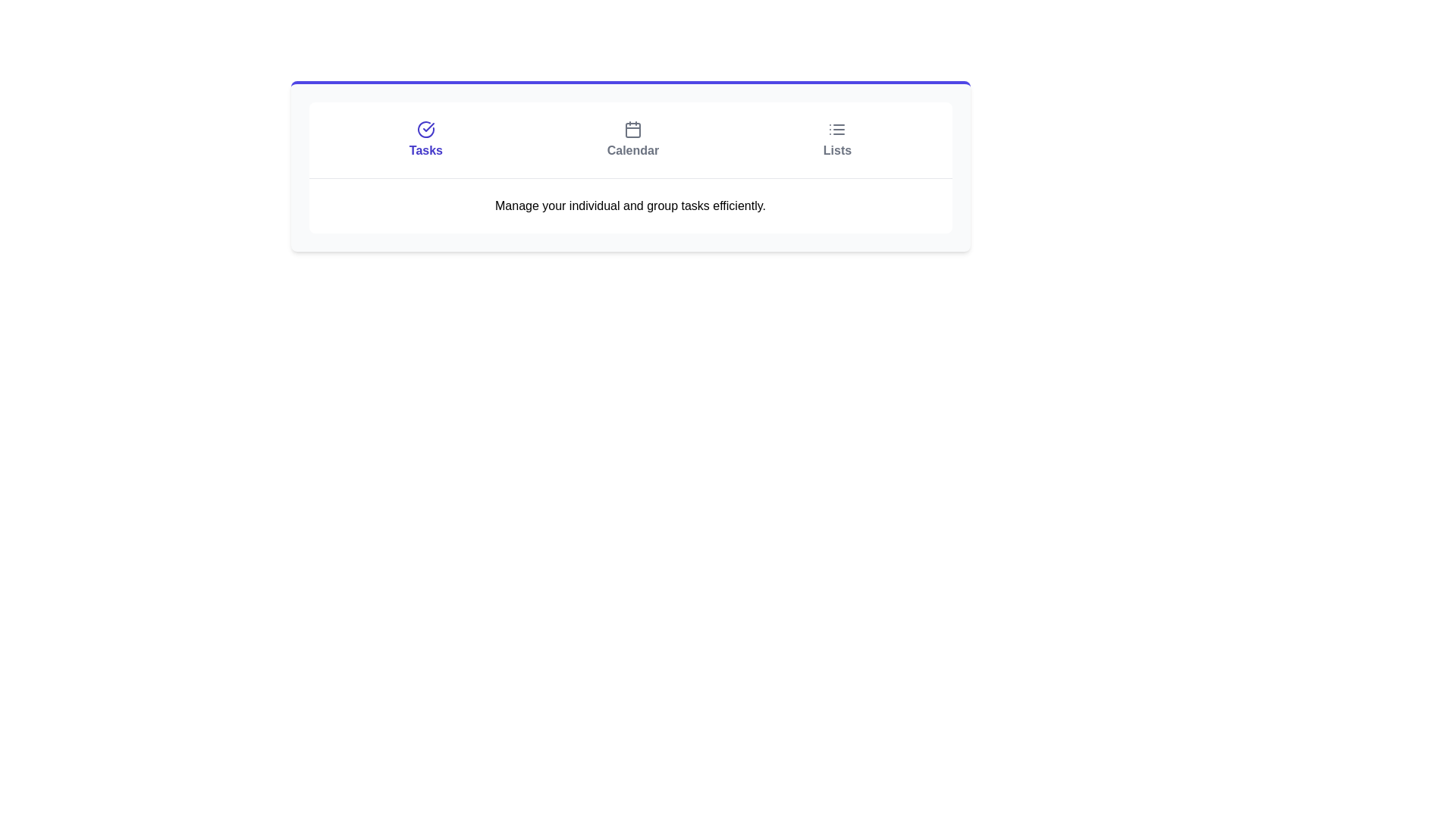 Image resolution: width=1456 pixels, height=819 pixels. What do you see at coordinates (630, 140) in the screenshot?
I see `the 'Calendar' section of the navigation bar` at bounding box center [630, 140].